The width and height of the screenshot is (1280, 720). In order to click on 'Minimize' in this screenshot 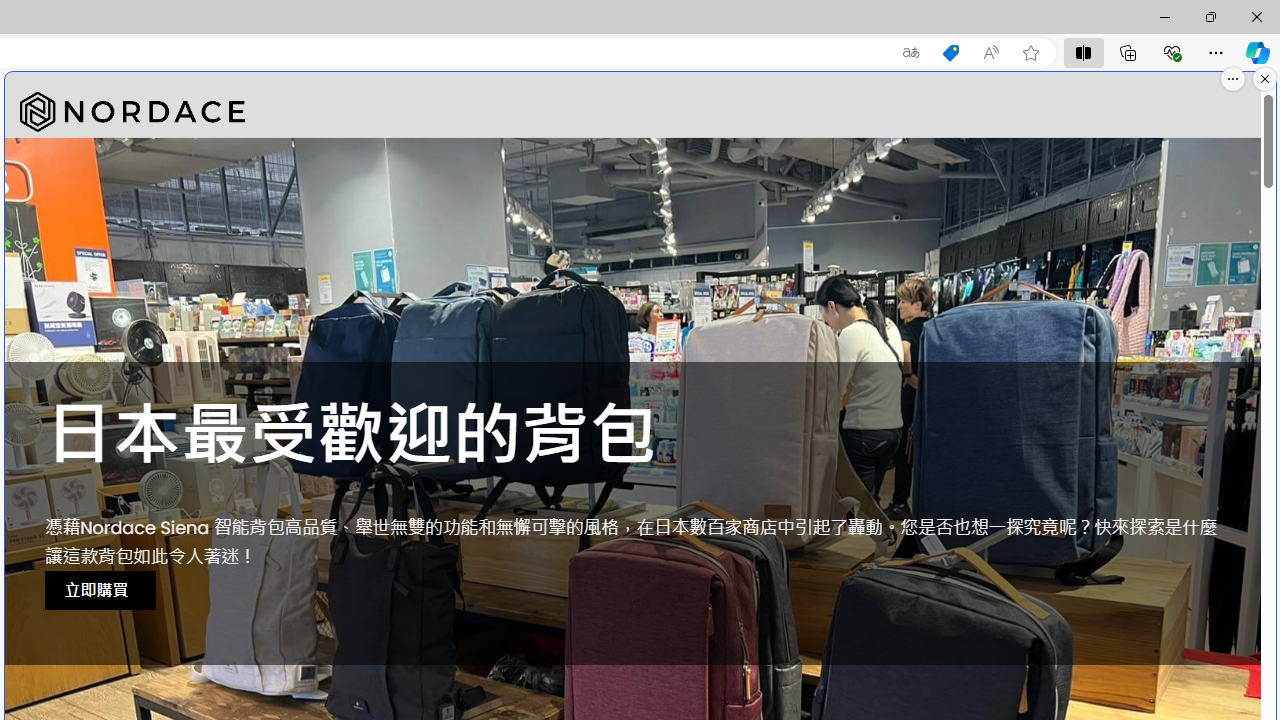, I will do `click(1164, 16)`.